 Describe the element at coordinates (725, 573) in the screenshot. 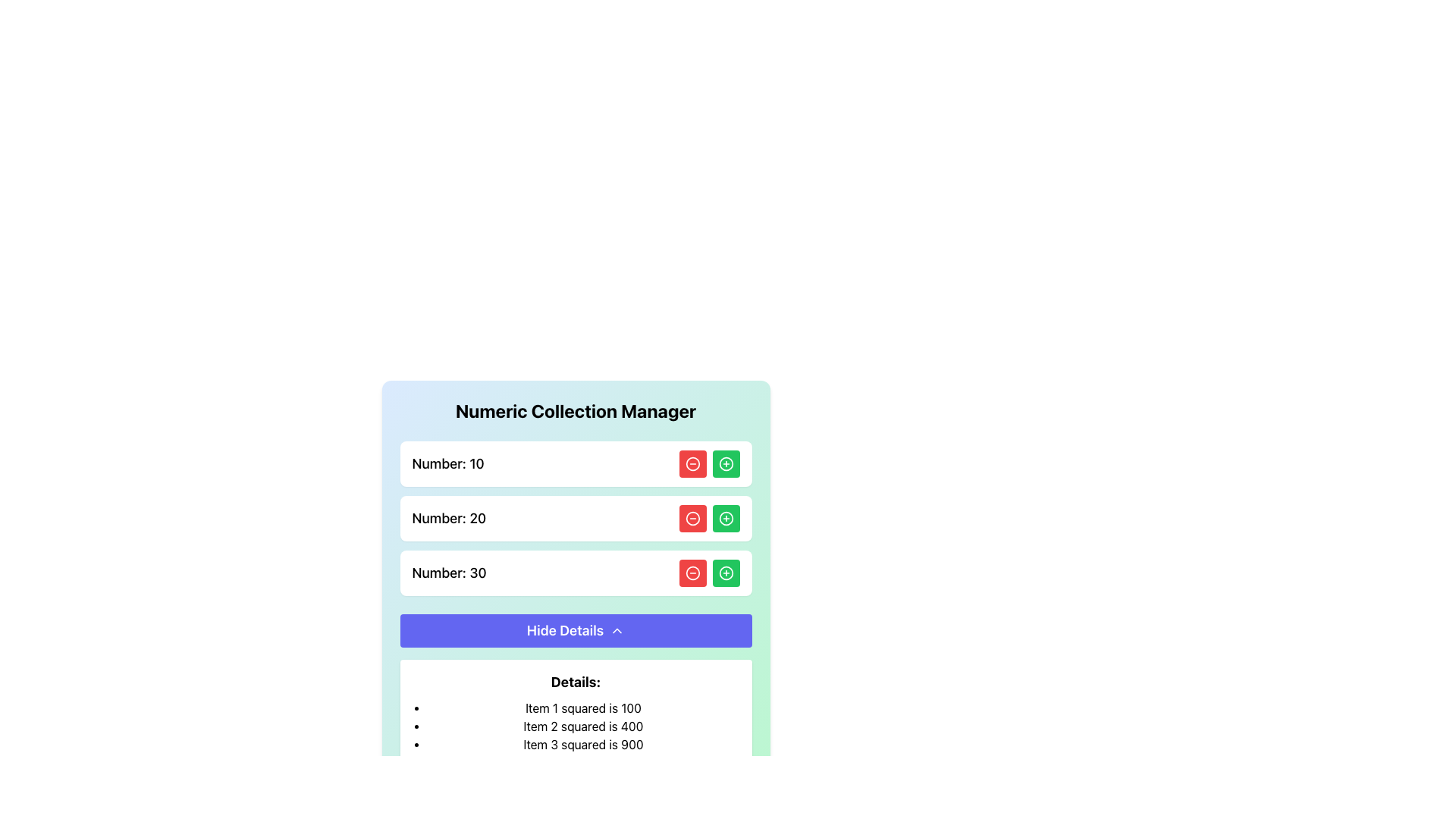

I see `the button that adds a new item to the list associated with the 'Number: 30' entry, located to the right of the 'Number: 30' text field` at that location.